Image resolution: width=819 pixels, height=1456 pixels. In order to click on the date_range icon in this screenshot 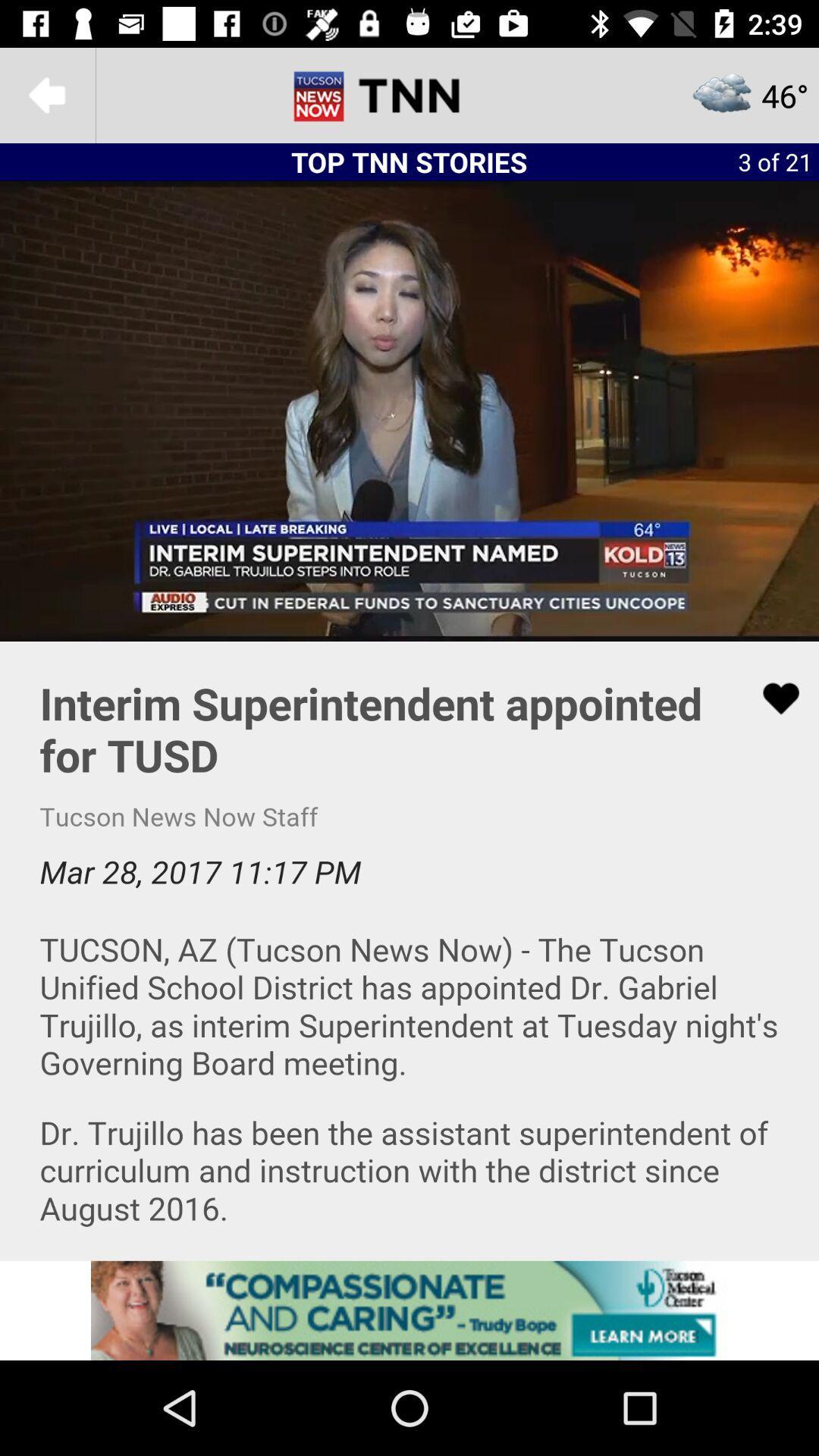, I will do `click(409, 94)`.